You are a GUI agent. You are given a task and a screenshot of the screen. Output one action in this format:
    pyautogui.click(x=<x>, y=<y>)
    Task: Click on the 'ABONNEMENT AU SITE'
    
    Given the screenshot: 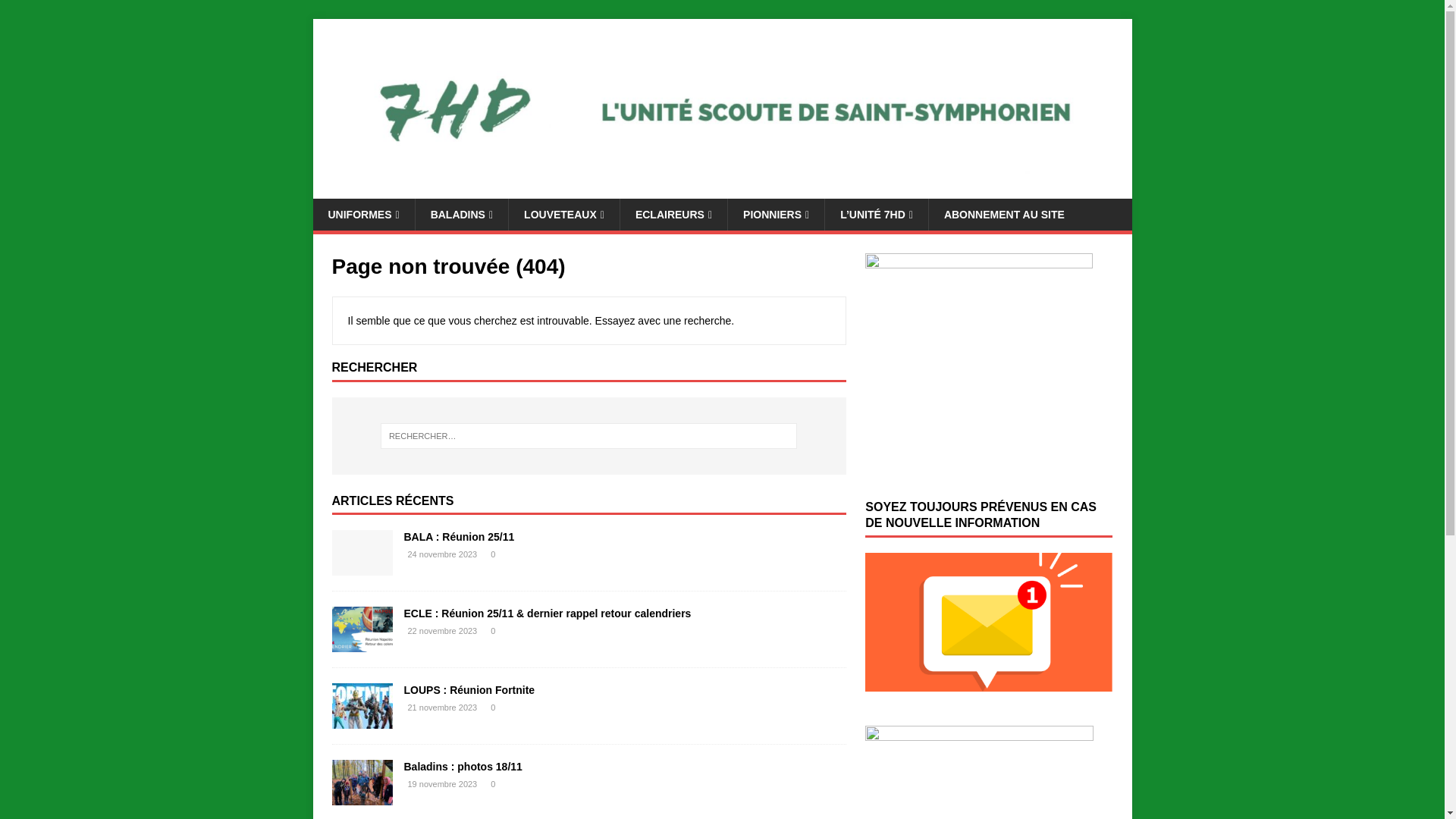 What is the action you would take?
    pyautogui.click(x=1004, y=214)
    